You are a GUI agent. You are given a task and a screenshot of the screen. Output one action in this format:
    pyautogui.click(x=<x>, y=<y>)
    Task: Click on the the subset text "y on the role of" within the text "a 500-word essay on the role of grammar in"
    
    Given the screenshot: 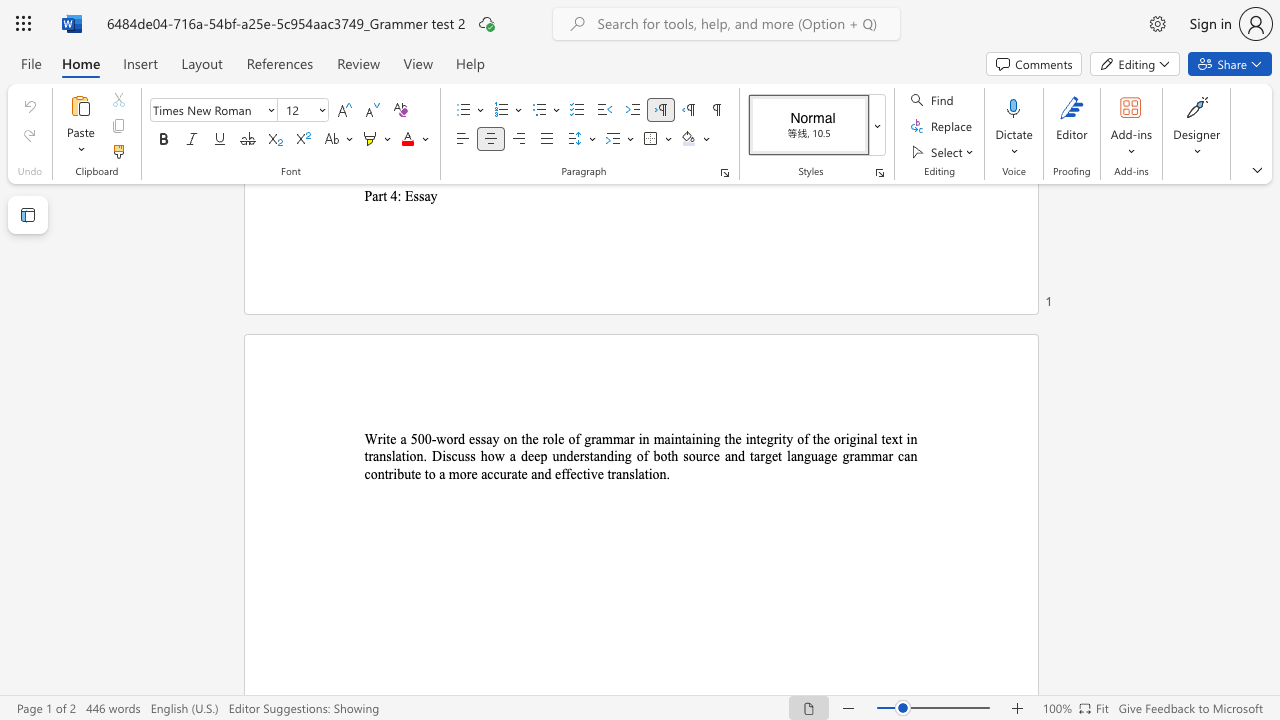 What is the action you would take?
    pyautogui.click(x=492, y=438)
    